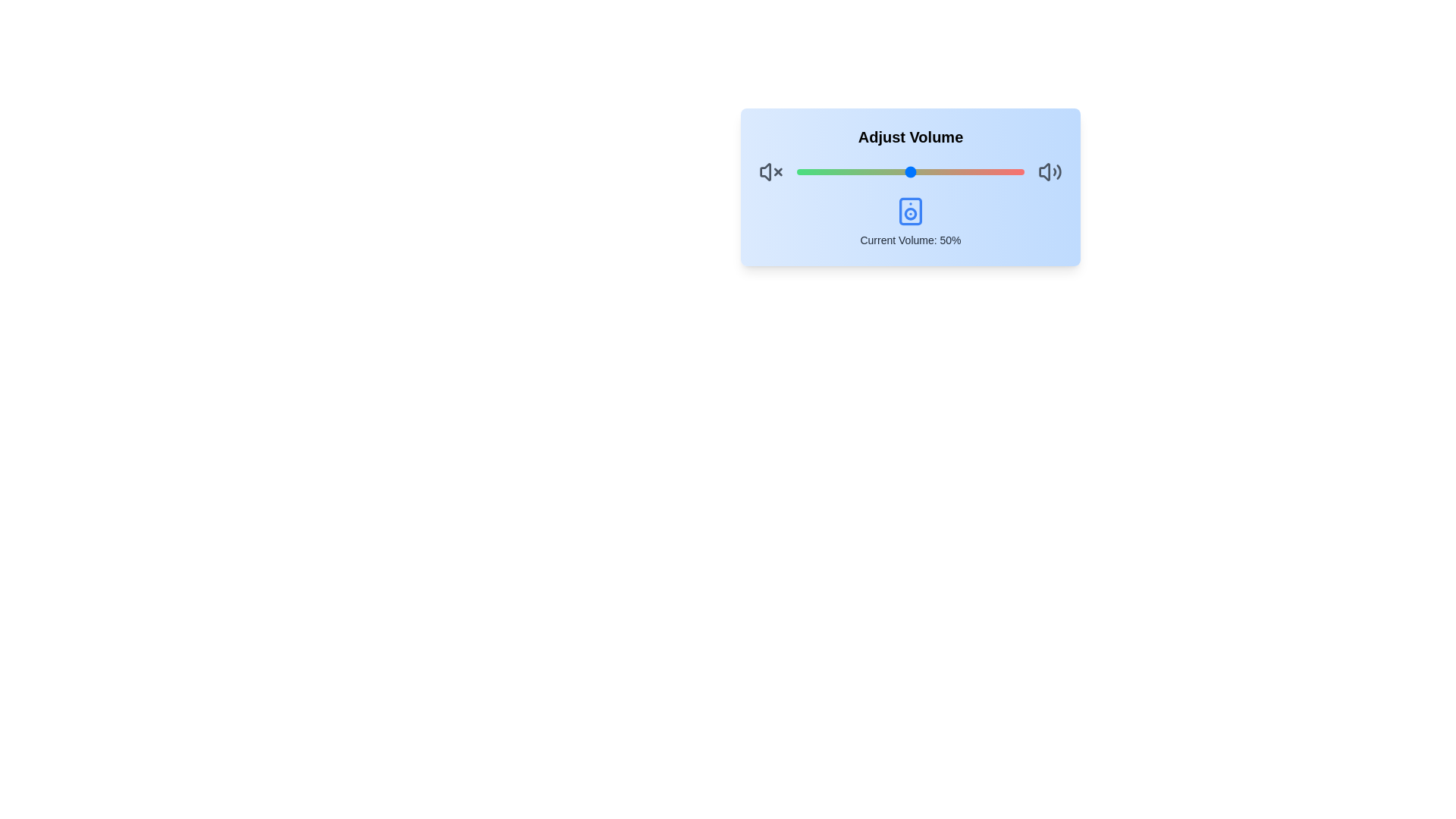  Describe the element at coordinates (1050, 171) in the screenshot. I see `the maximum volume icon` at that location.